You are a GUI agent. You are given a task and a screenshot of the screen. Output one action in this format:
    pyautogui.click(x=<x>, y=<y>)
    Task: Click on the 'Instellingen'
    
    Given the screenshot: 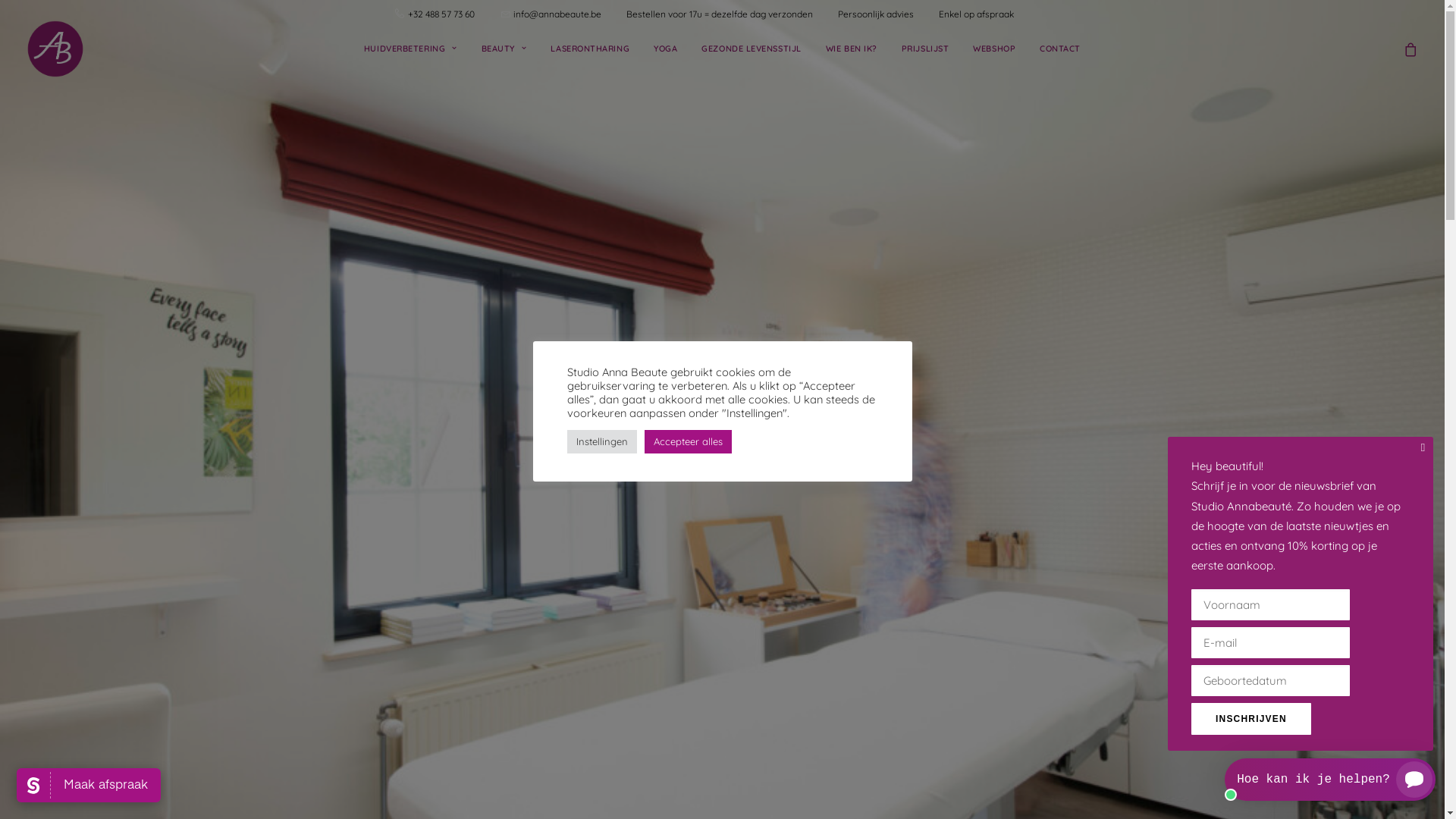 What is the action you would take?
    pyautogui.click(x=601, y=441)
    